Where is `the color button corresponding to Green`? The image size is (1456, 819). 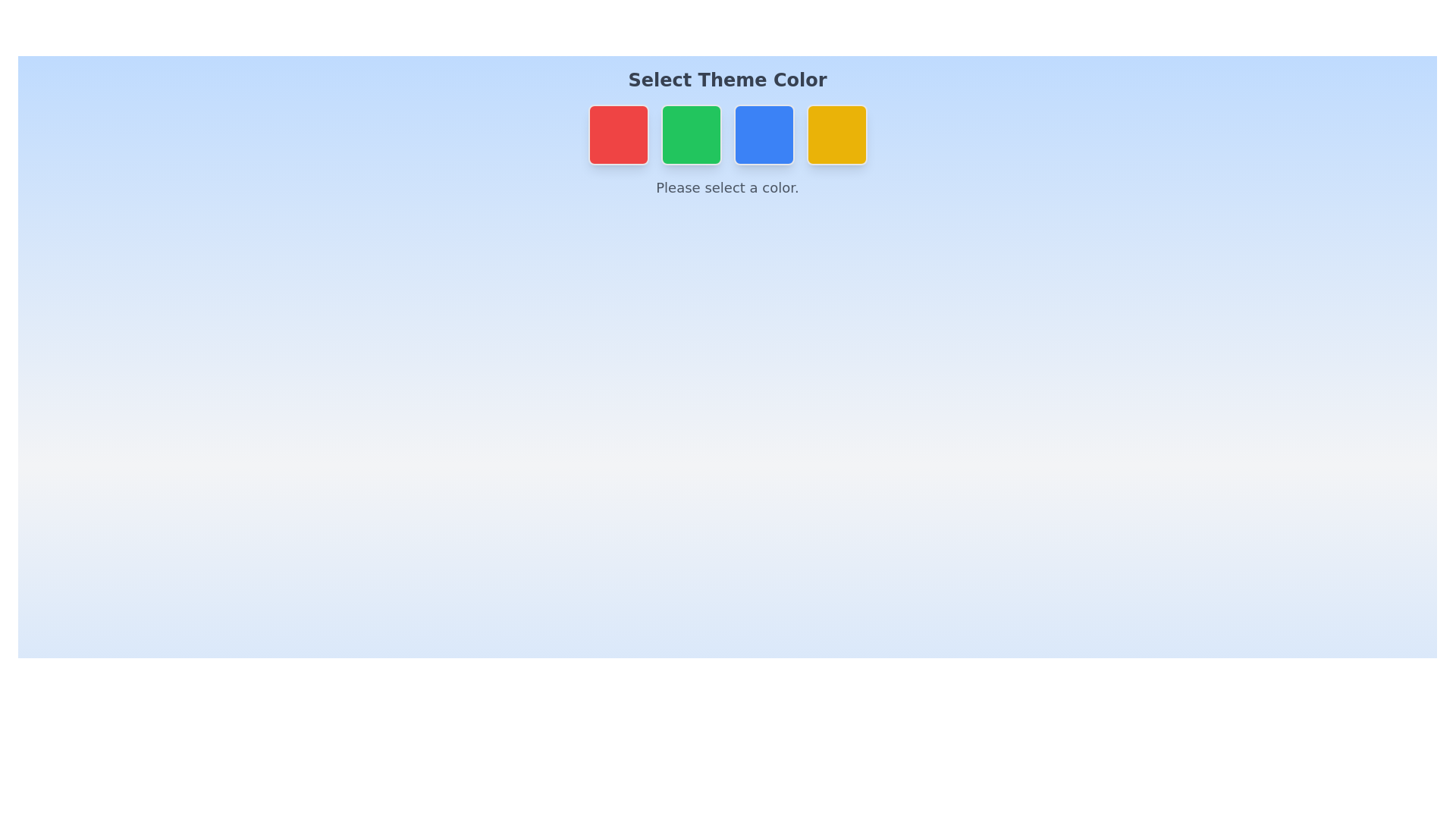 the color button corresponding to Green is located at coordinates (690, 133).